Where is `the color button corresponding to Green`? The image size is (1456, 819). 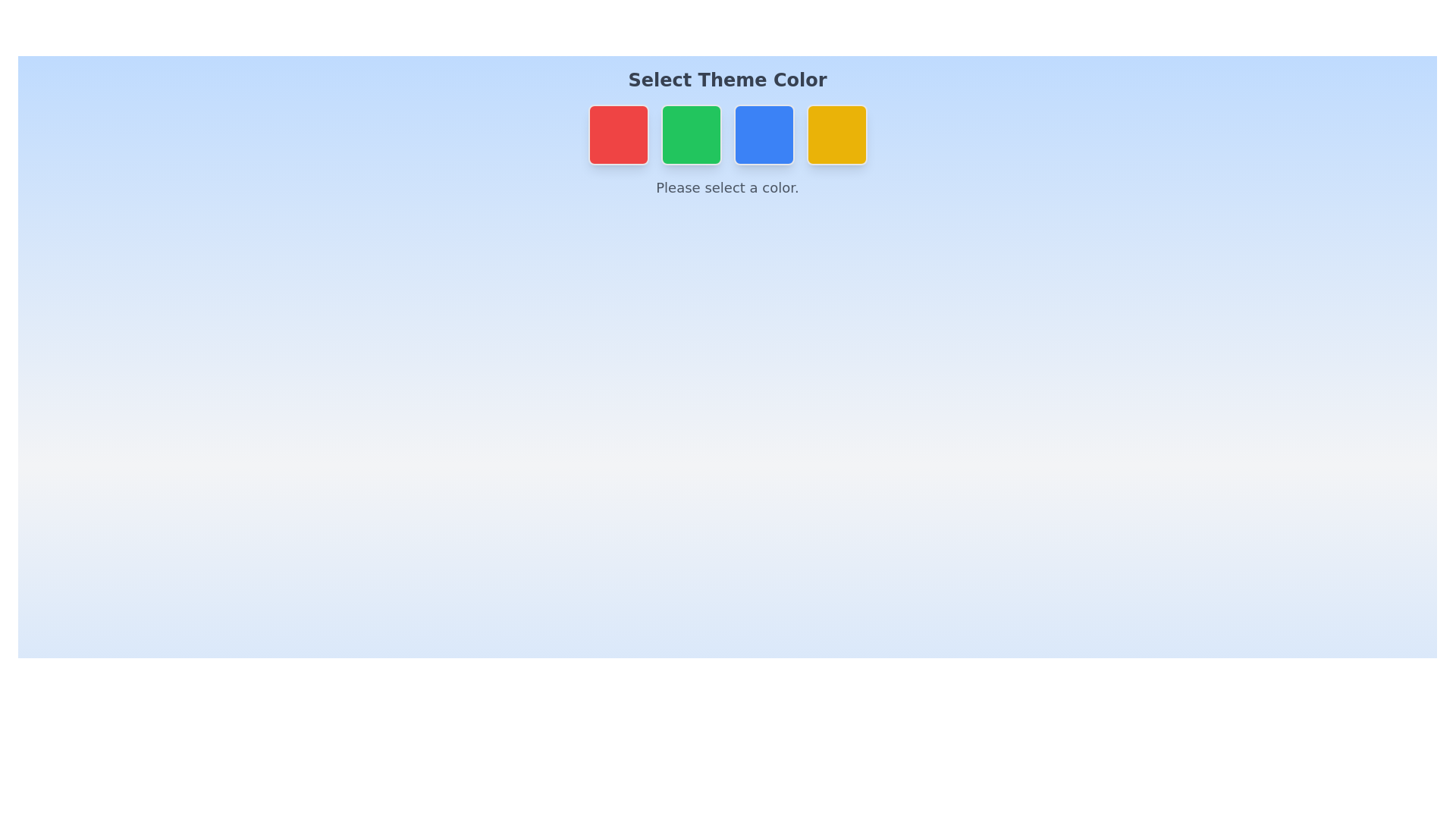 the color button corresponding to Green is located at coordinates (690, 133).